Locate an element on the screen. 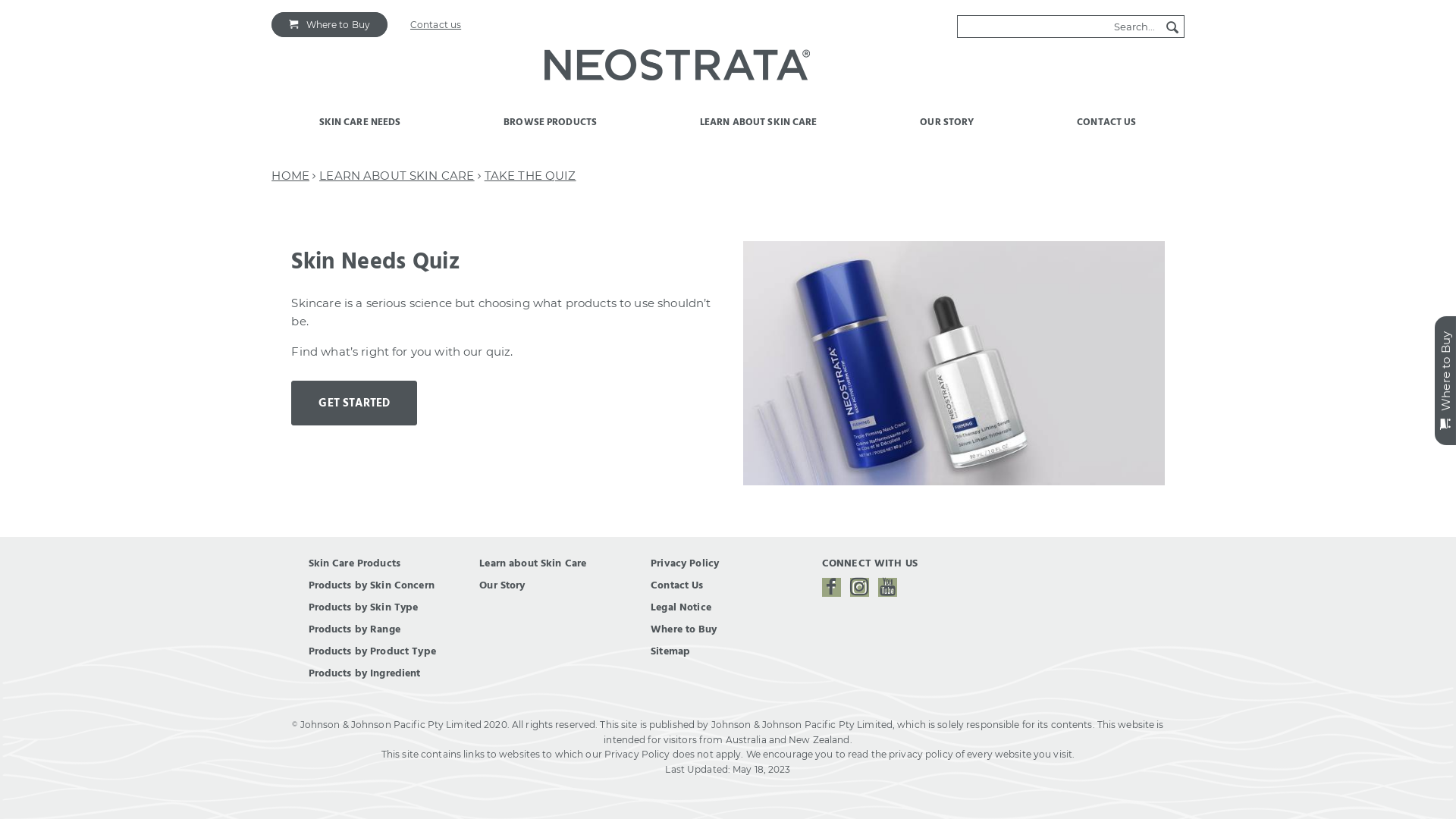 Image resolution: width=1456 pixels, height=819 pixels. 'LEARN ABOUT SKIN CARE' is located at coordinates (397, 174).